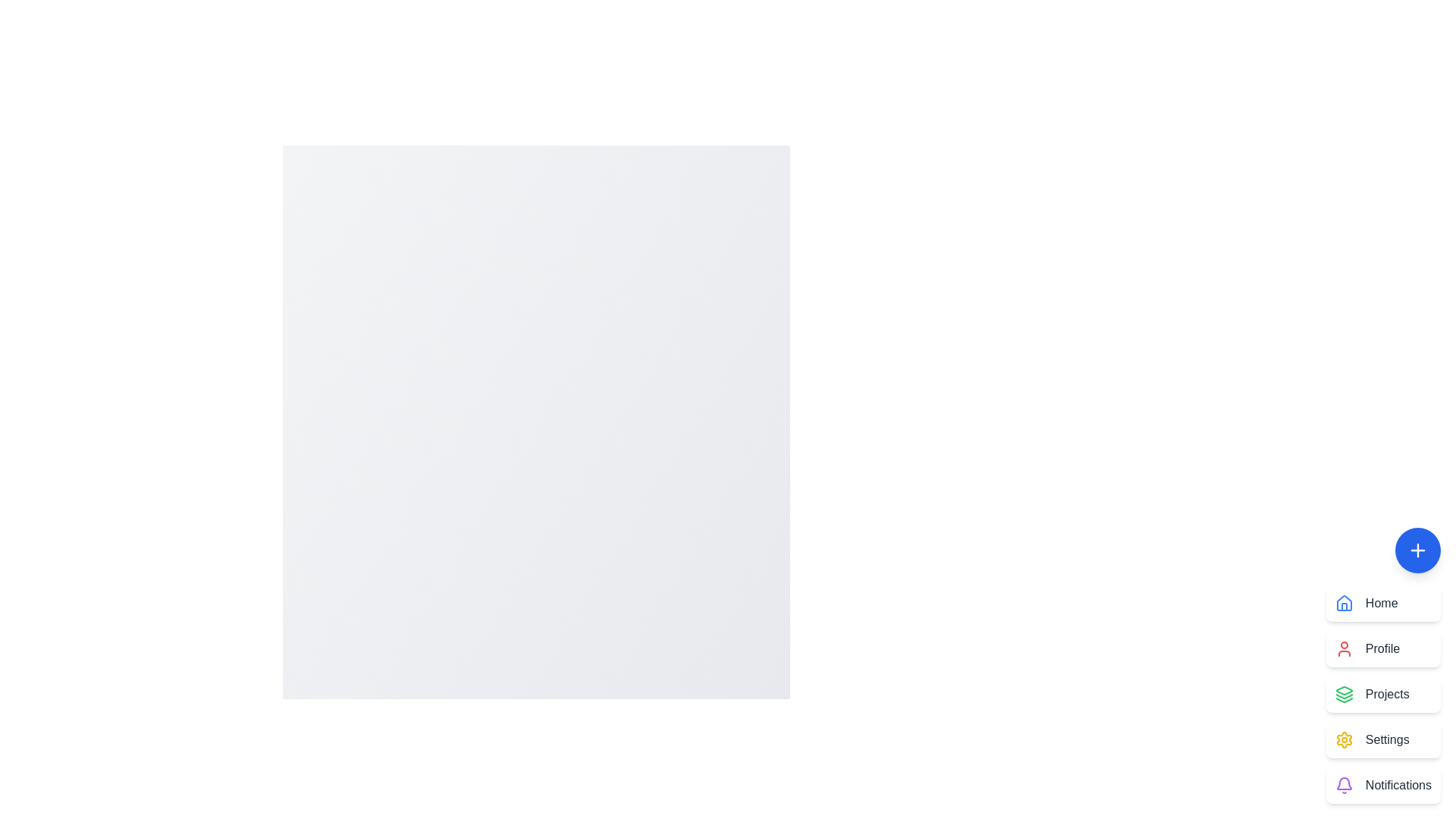  I want to click on blue circular button with the plus icon to toggle the visibility of the speed dial options, so click(1417, 550).